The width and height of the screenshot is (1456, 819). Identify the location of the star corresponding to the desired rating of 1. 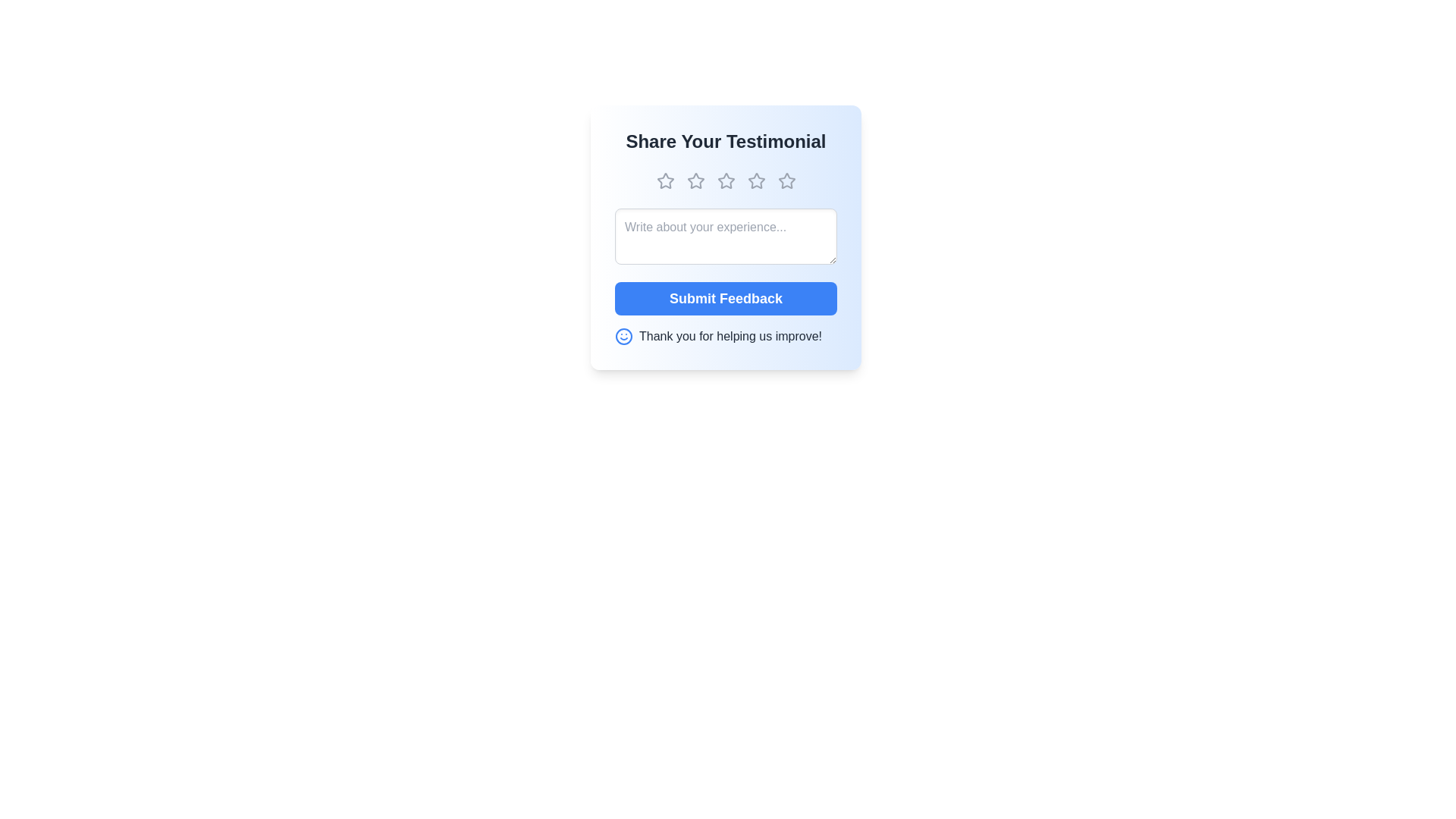
(665, 180).